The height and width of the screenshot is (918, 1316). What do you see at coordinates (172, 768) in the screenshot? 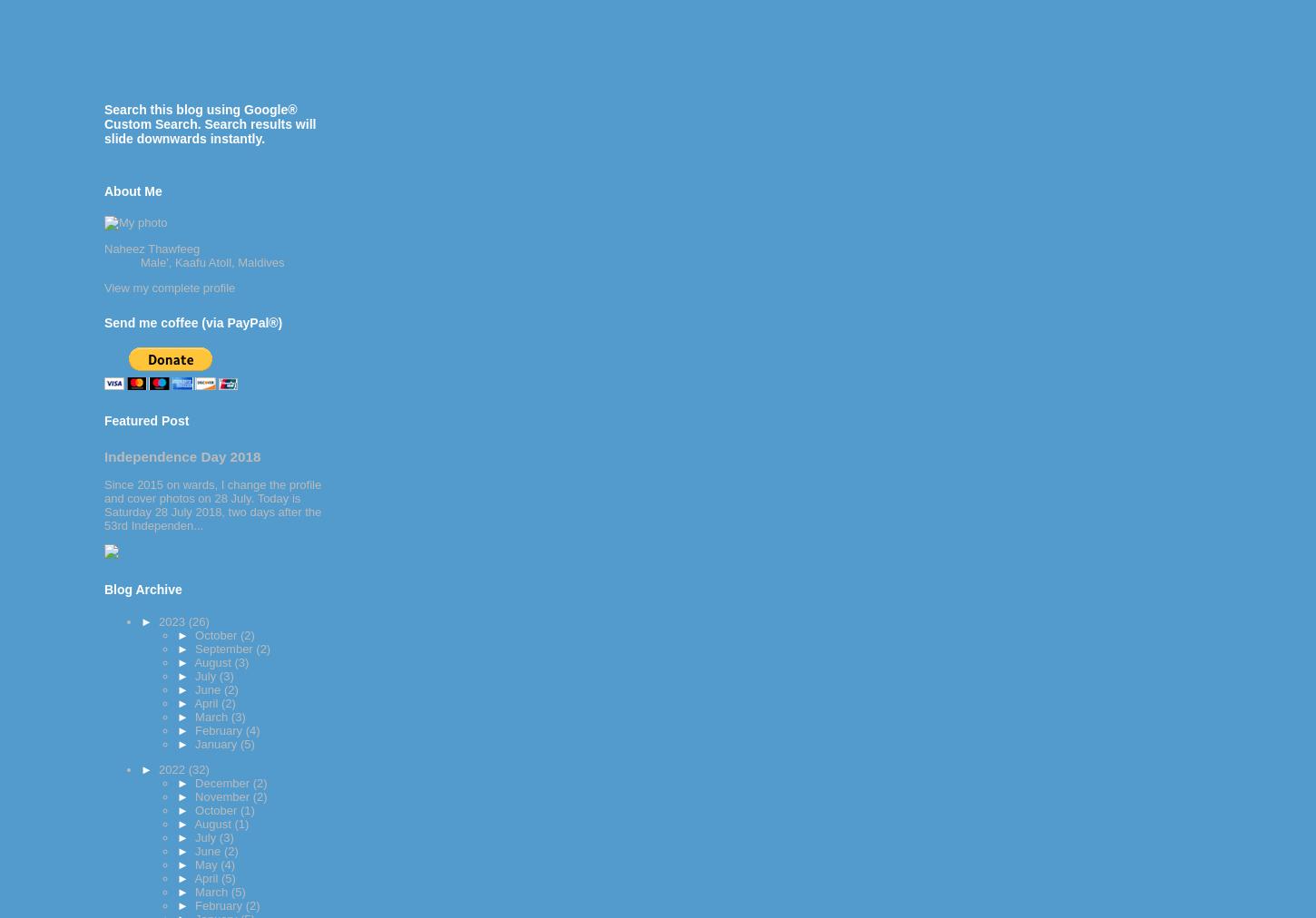
I see `'2022'` at bounding box center [172, 768].